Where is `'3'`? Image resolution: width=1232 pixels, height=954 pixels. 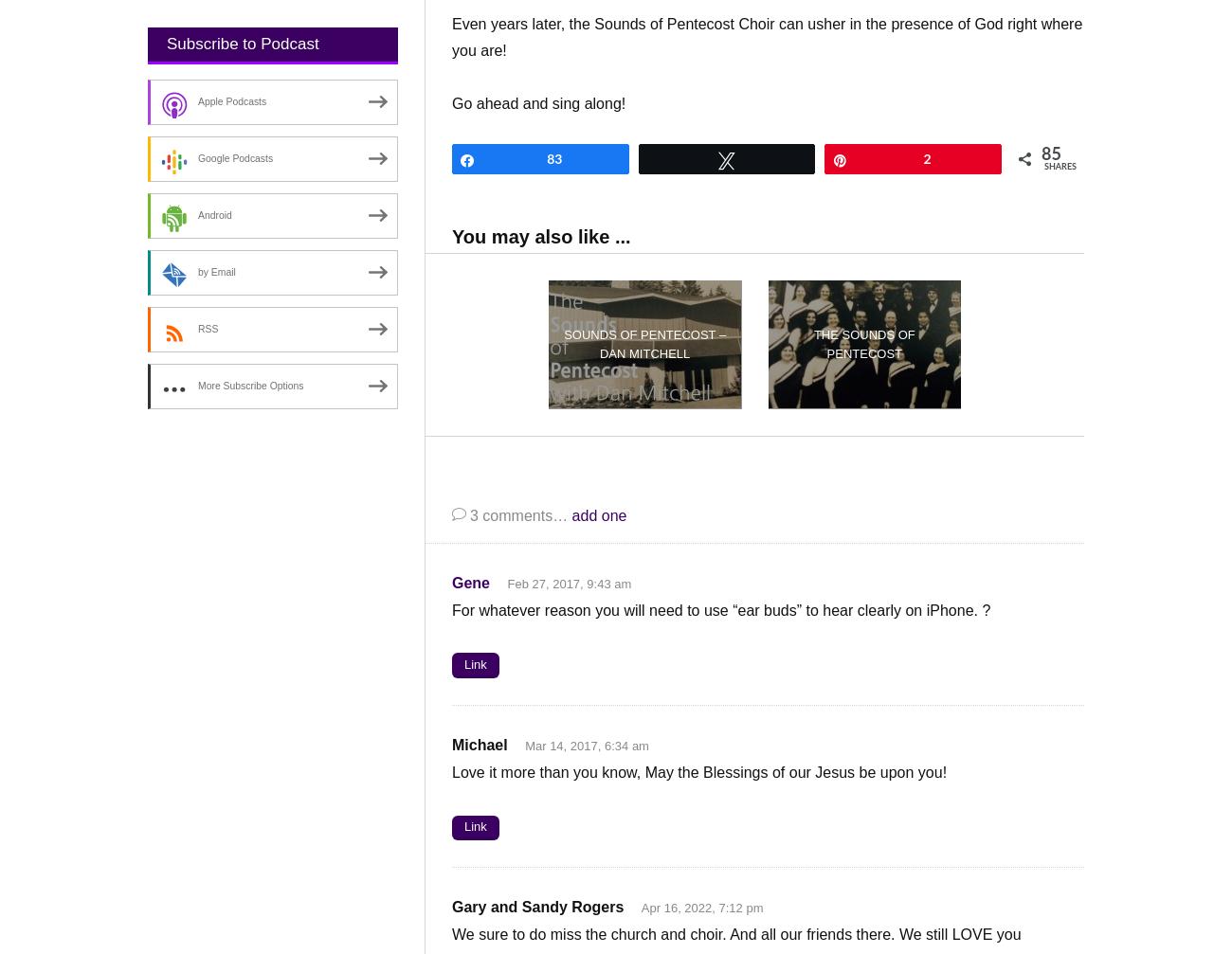
'3' is located at coordinates (469, 513).